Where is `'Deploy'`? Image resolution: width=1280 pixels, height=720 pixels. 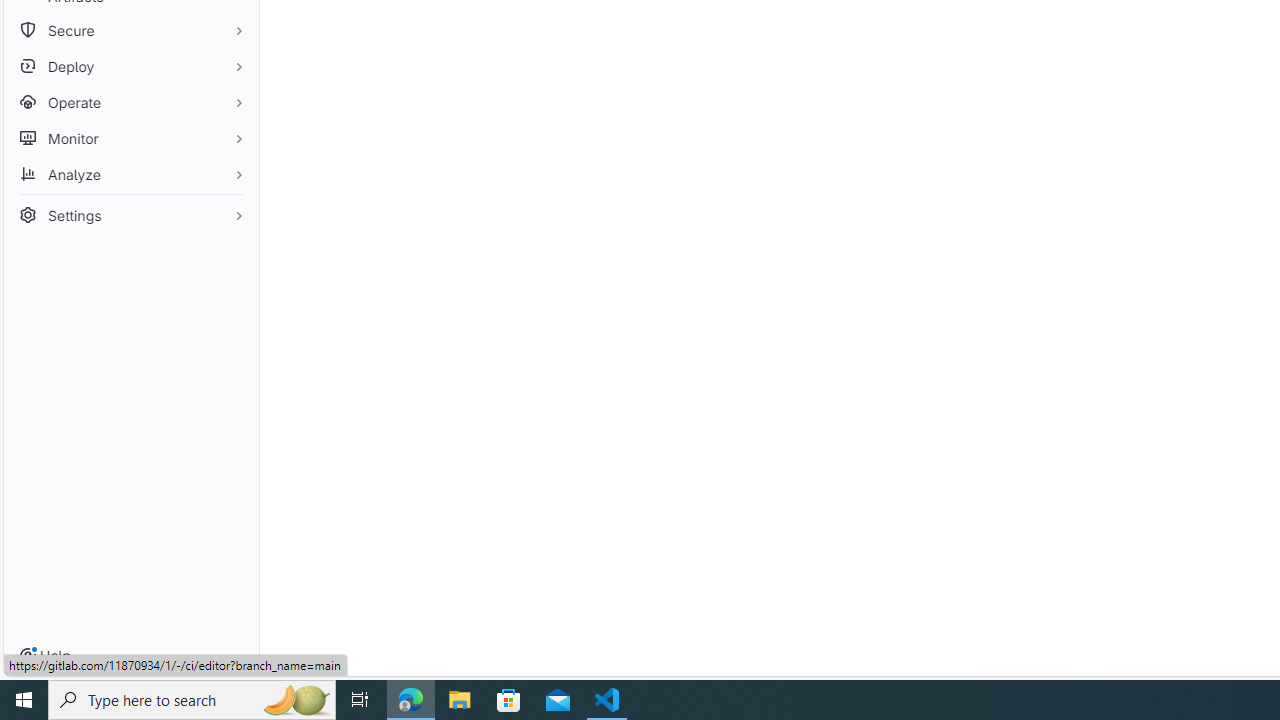 'Deploy' is located at coordinates (130, 65).